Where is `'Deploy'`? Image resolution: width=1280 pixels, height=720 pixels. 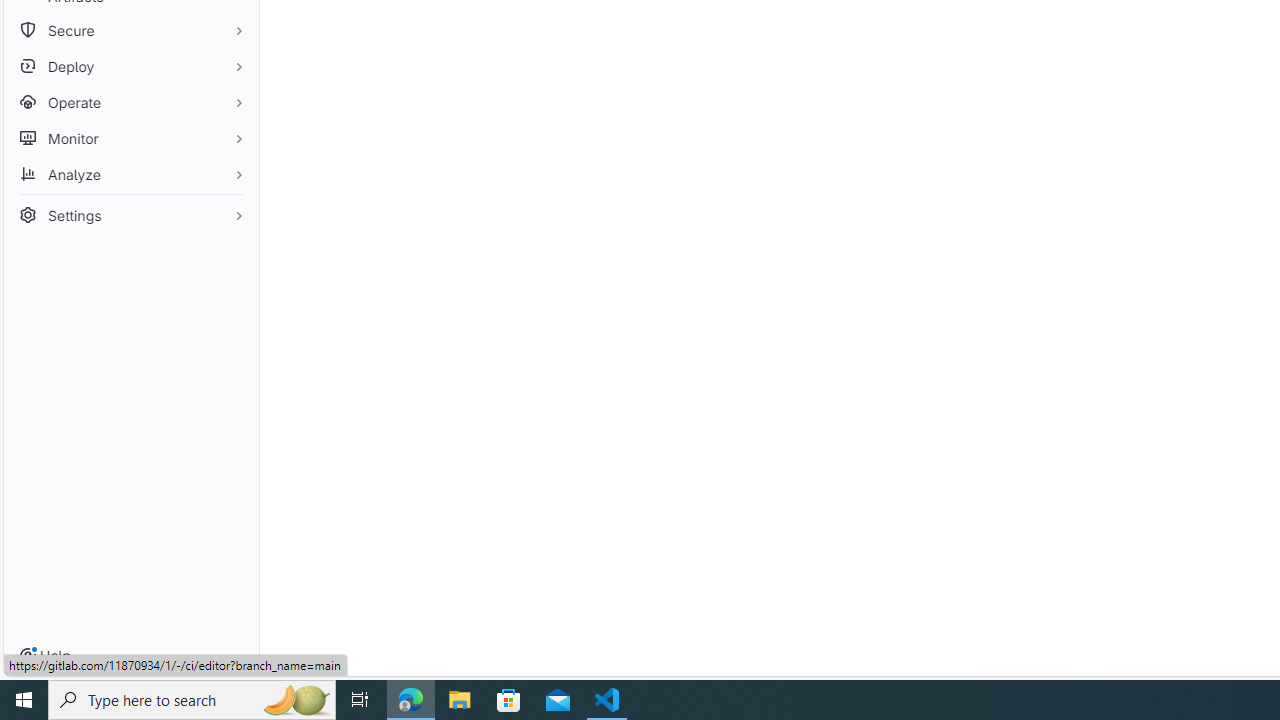 'Deploy' is located at coordinates (130, 65).